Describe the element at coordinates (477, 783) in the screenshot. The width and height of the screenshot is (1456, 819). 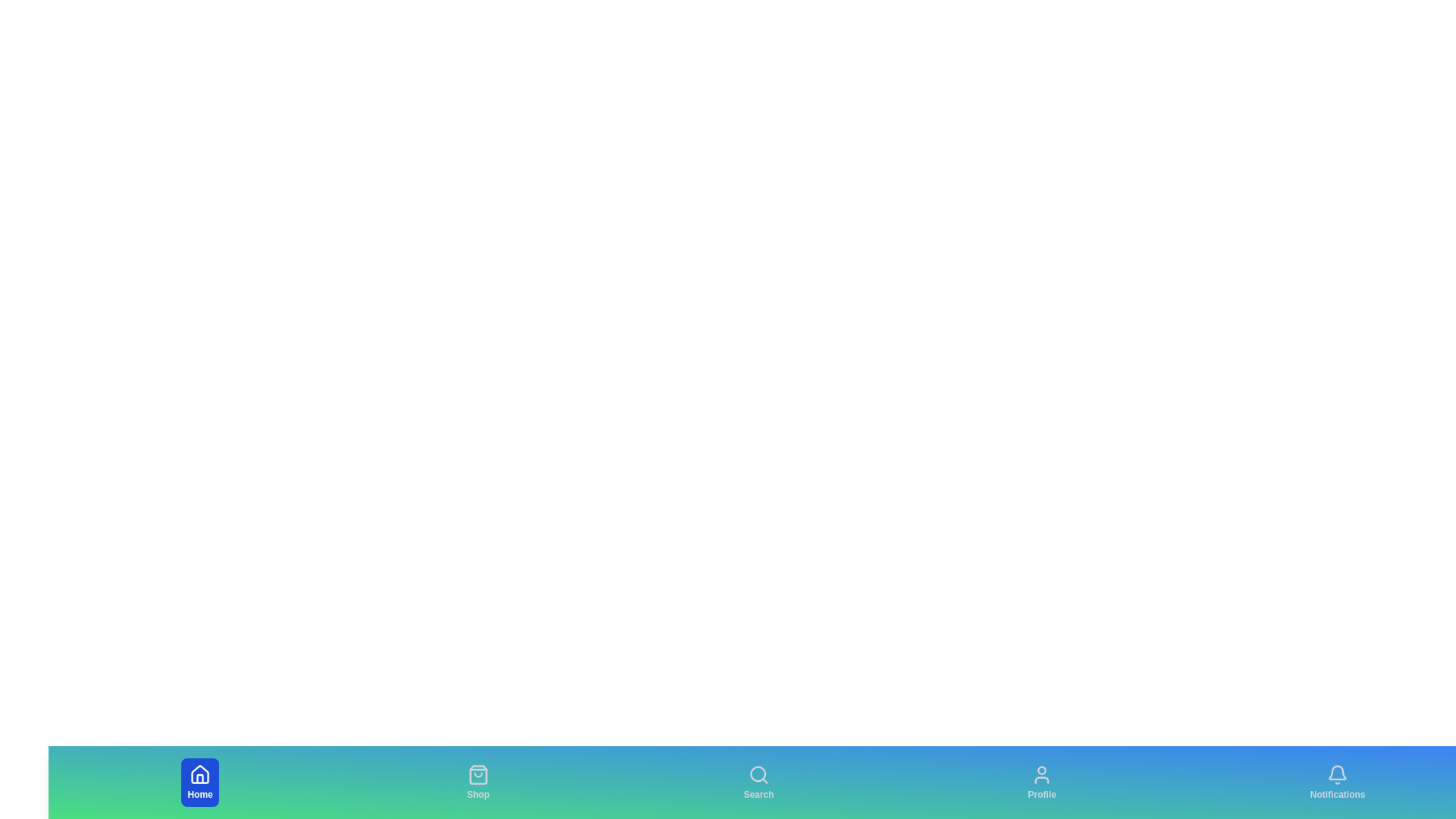
I see `the Shop tab to select it` at that location.